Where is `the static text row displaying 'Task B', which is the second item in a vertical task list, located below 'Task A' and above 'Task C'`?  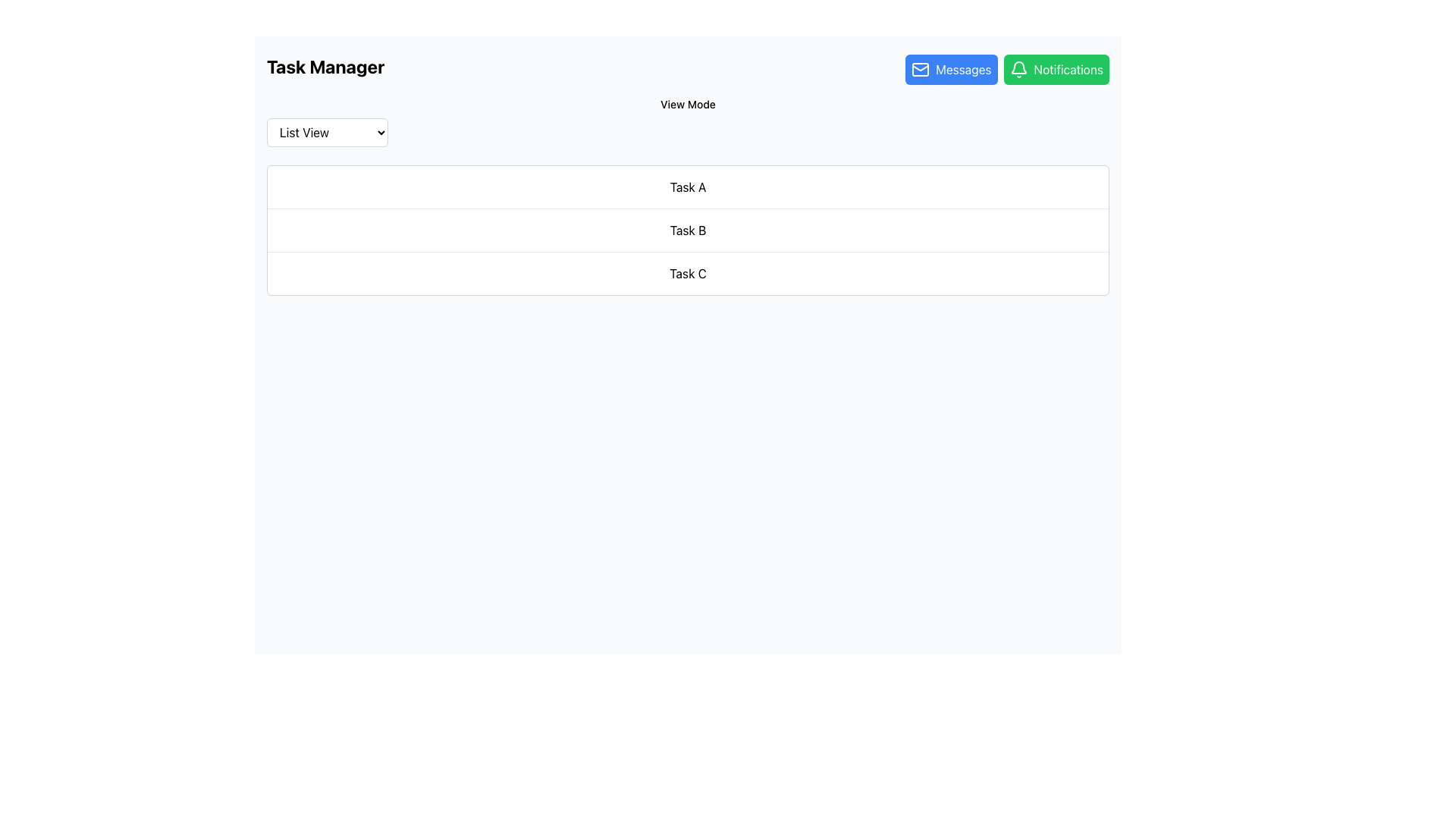
the static text row displaying 'Task B', which is the second item in a vertical task list, located below 'Task A' and above 'Task C' is located at coordinates (687, 230).